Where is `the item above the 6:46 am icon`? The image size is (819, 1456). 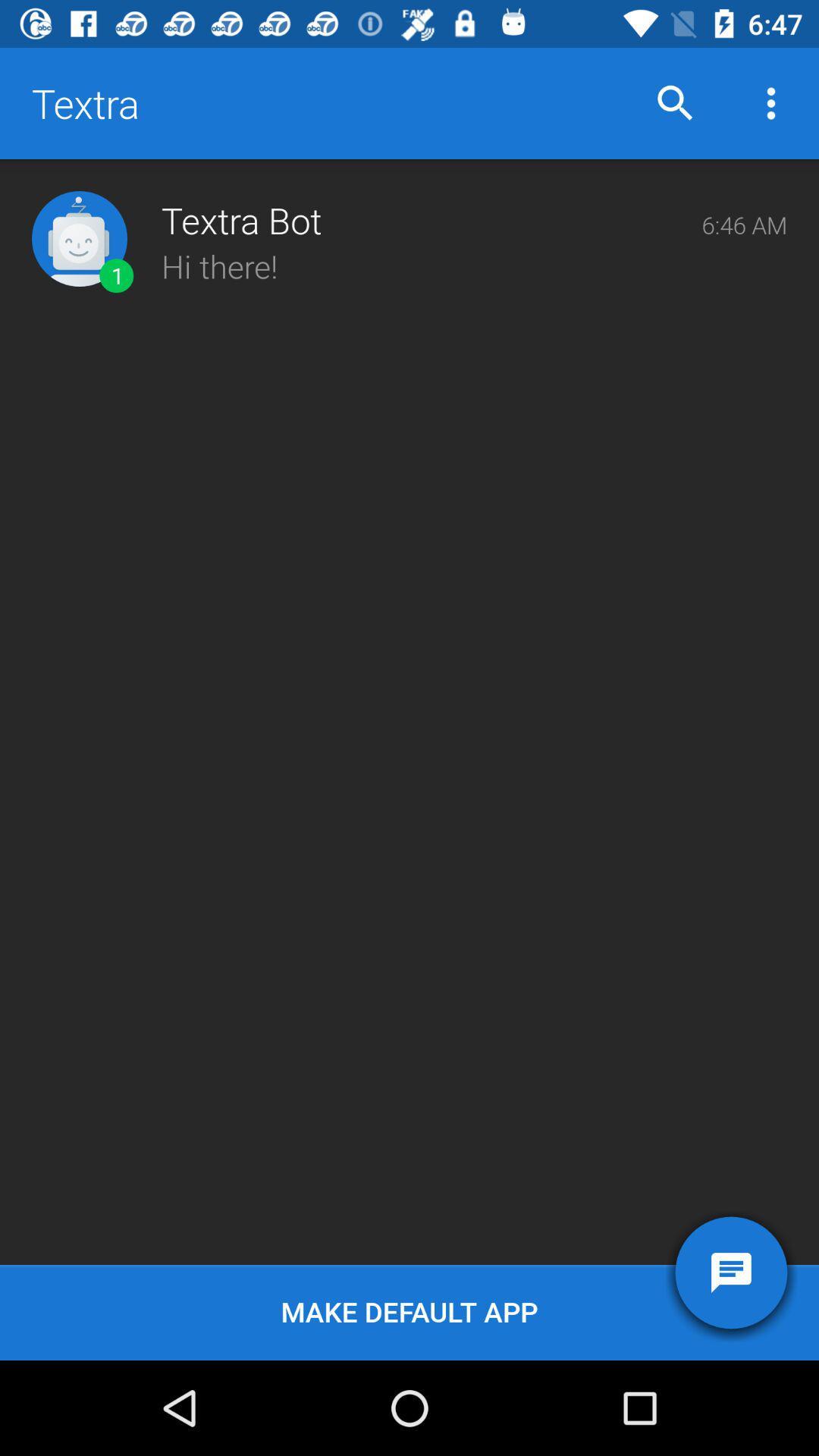
the item above the 6:46 am icon is located at coordinates (771, 102).